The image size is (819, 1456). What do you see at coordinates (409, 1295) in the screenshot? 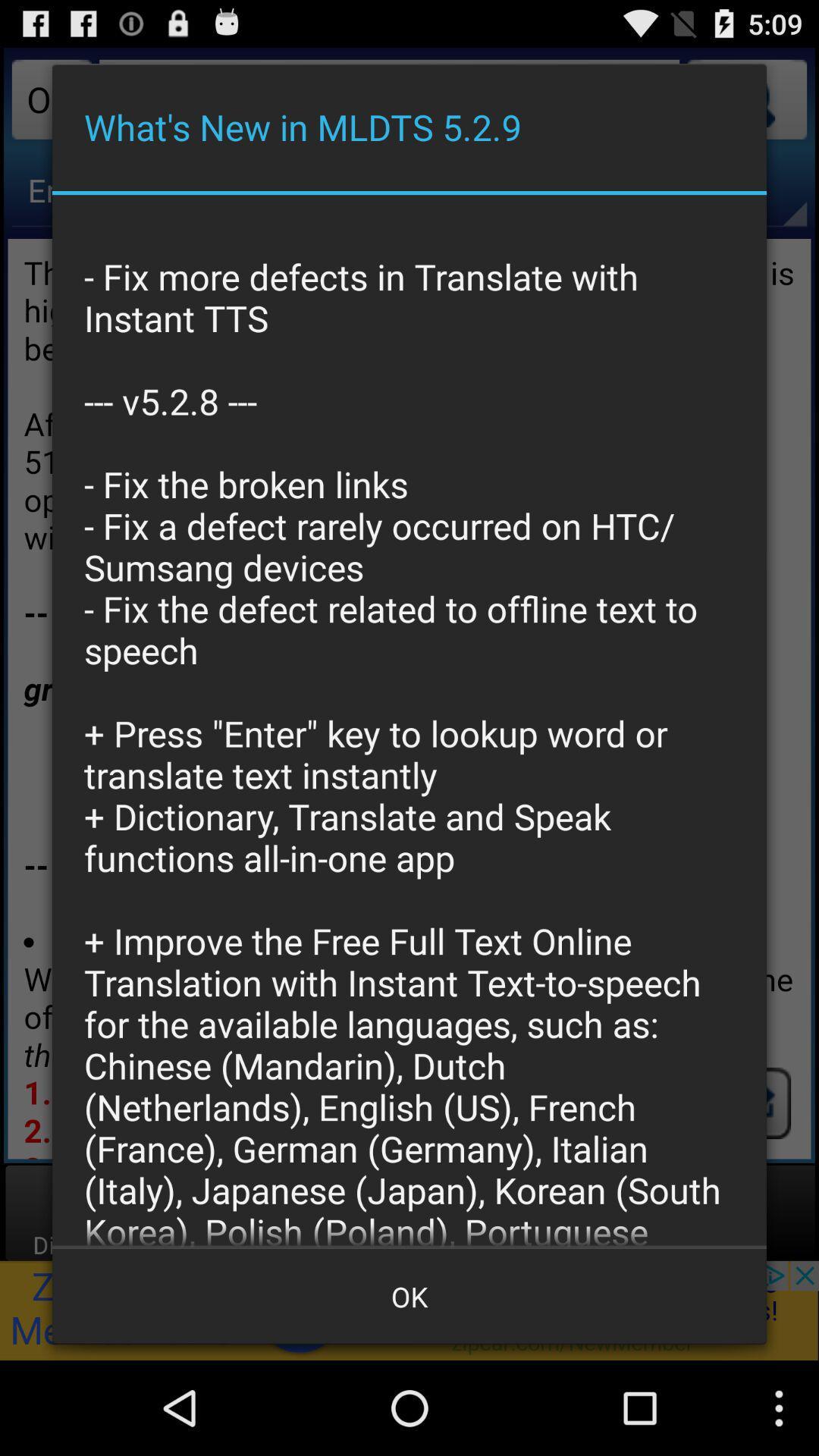
I see `the ok button` at bounding box center [409, 1295].